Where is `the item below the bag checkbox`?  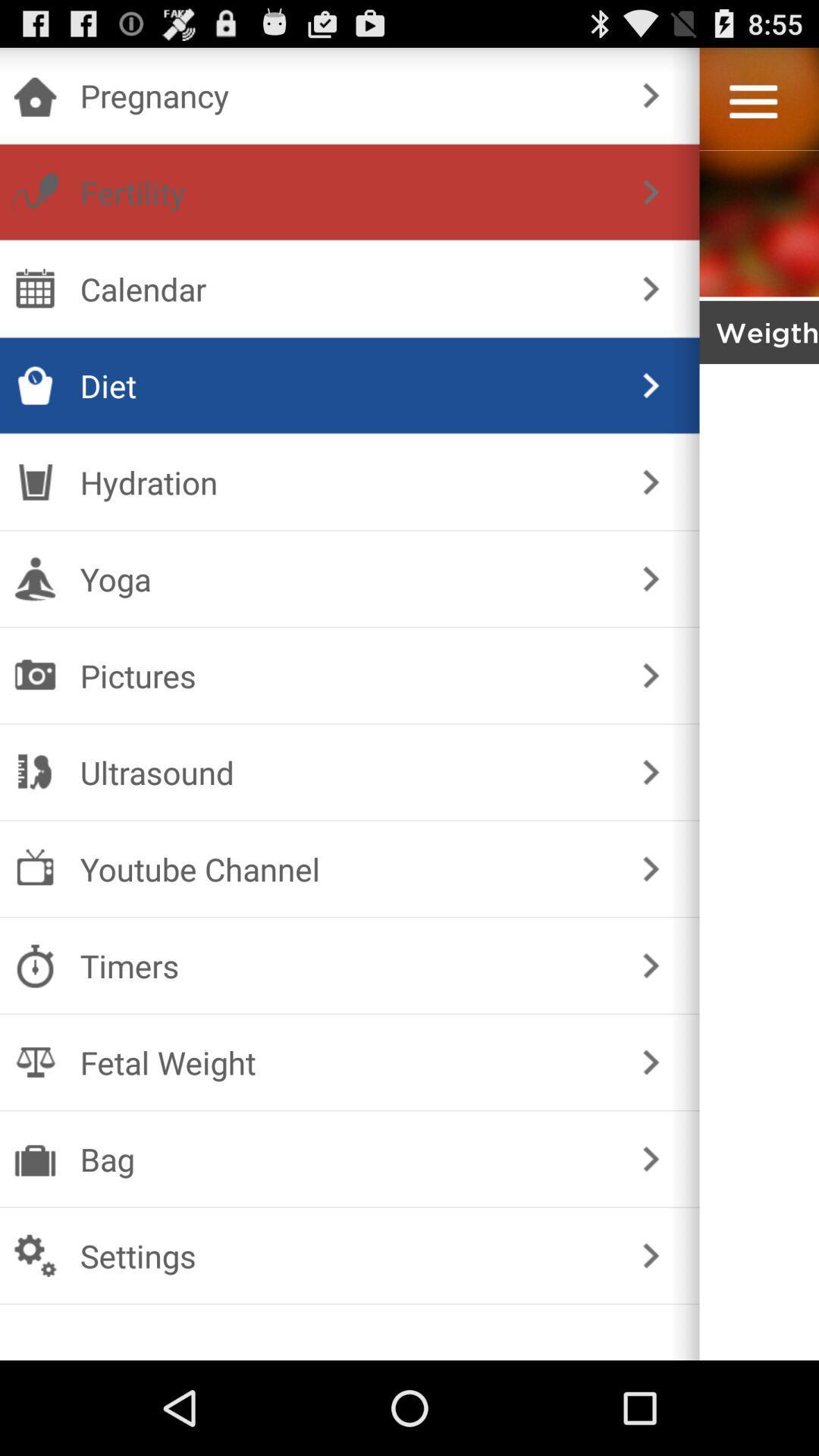 the item below the bag checkbox is located at coordinates (347, 1256).